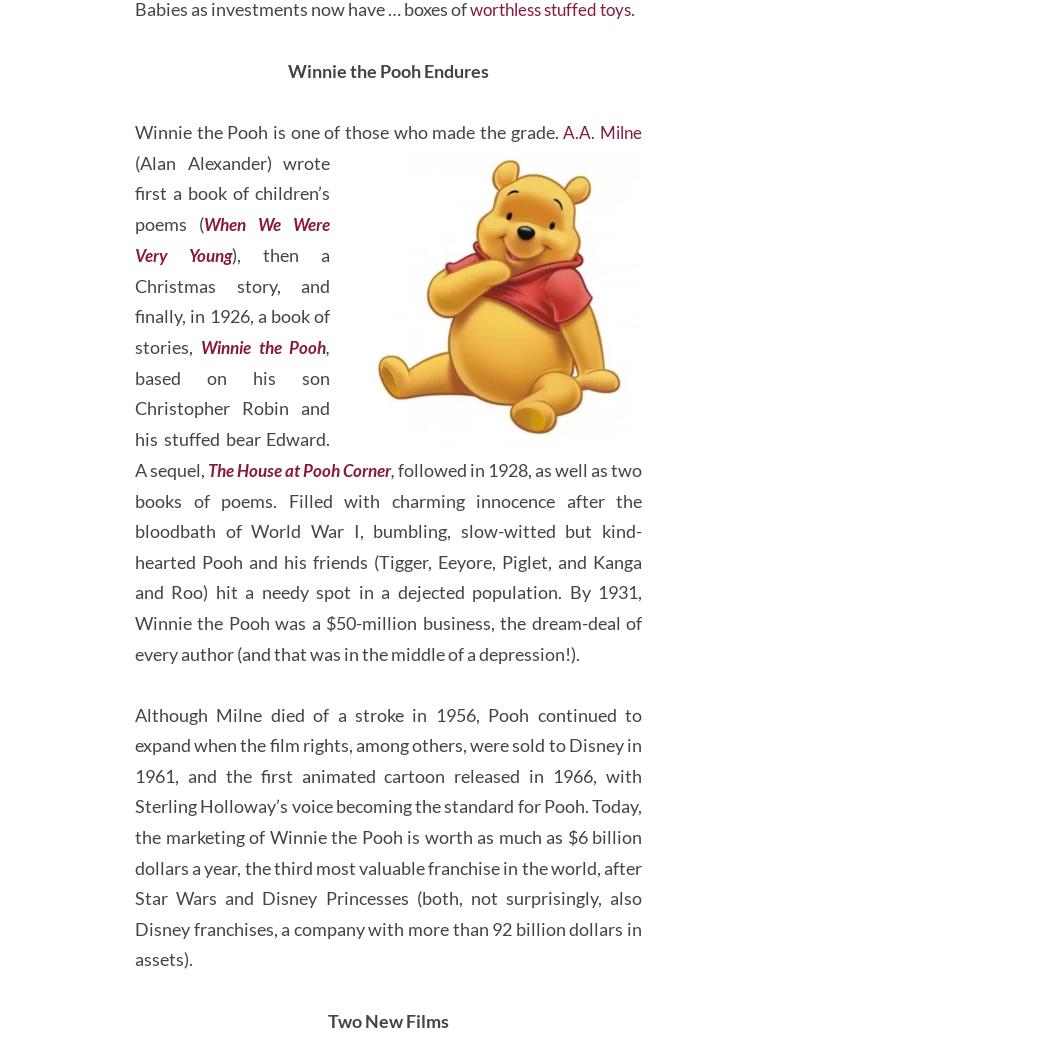 The width and height of the screenshot is (1050, 1037). Describe the element at coordinates (346, 207) in the screenshot. I see `'Winnie the Pooh is one of those who made the grade.'` at that location.